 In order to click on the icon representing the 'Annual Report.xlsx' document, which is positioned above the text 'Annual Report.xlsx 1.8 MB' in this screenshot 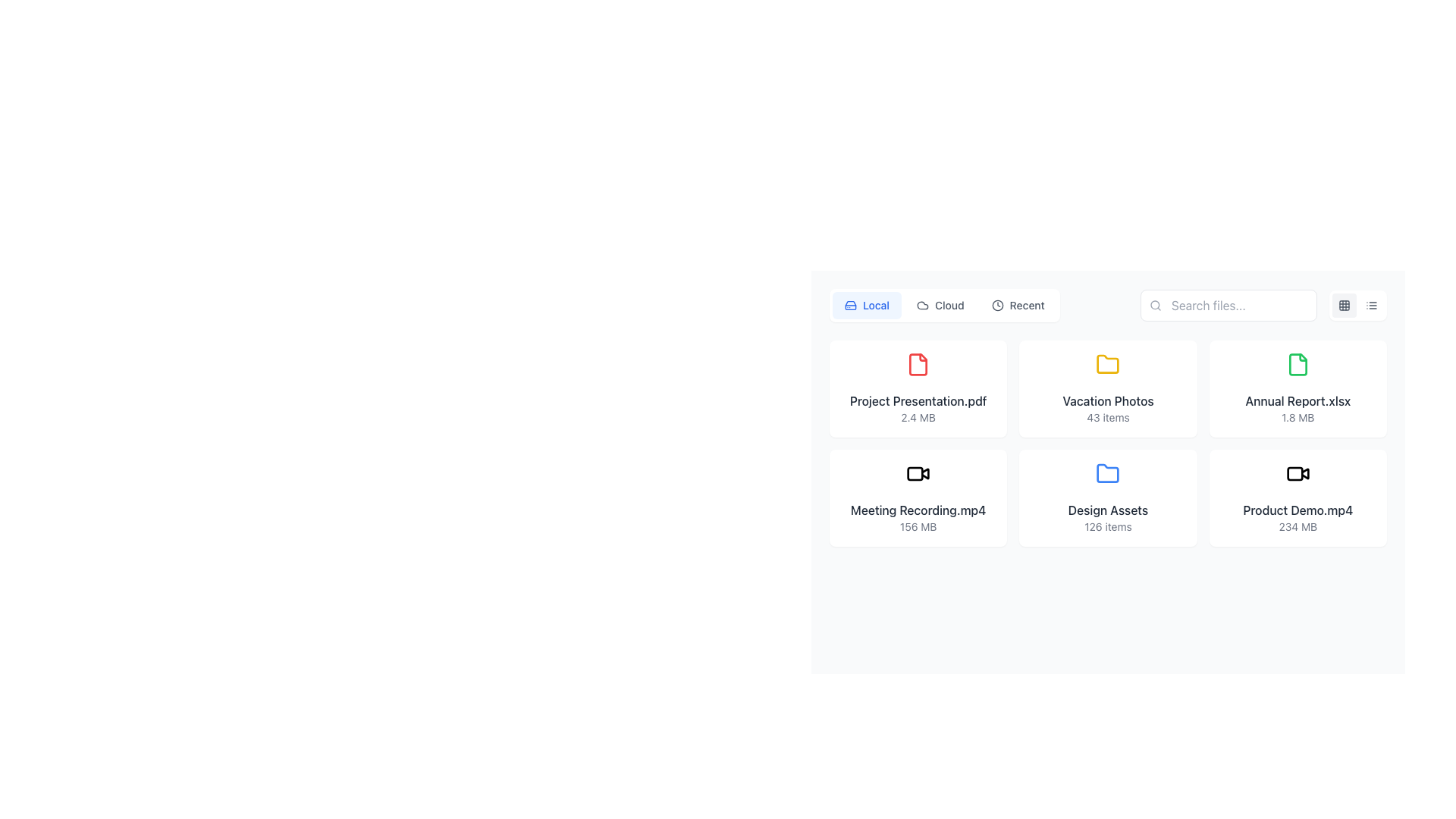, I will do `click(1297, 365)`.